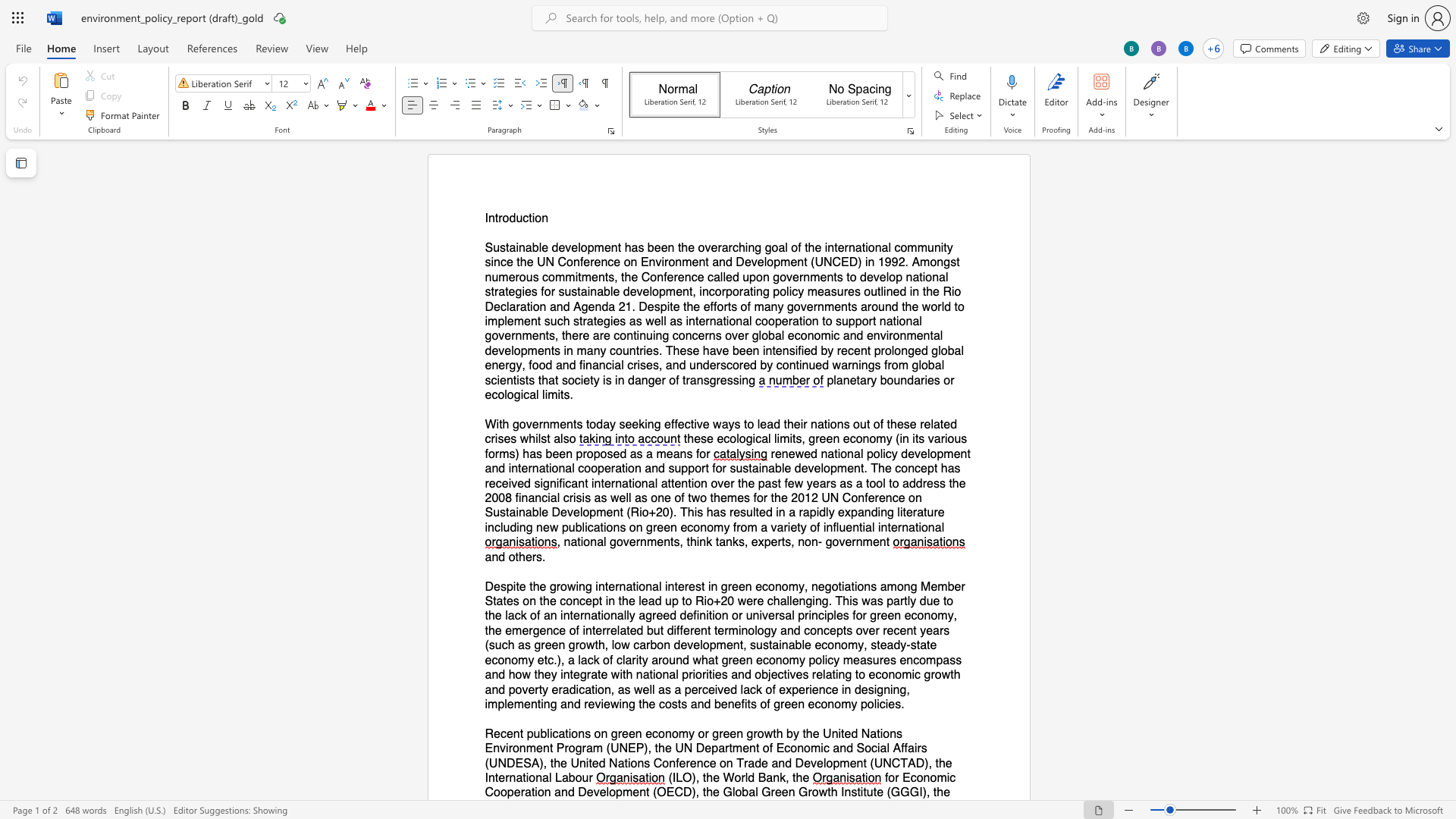  What do you see at coordinates (498, 218) in the screenshot?
I see `the space between the continuous character "t" and "r" in the text` at bounding box center [498, 218].